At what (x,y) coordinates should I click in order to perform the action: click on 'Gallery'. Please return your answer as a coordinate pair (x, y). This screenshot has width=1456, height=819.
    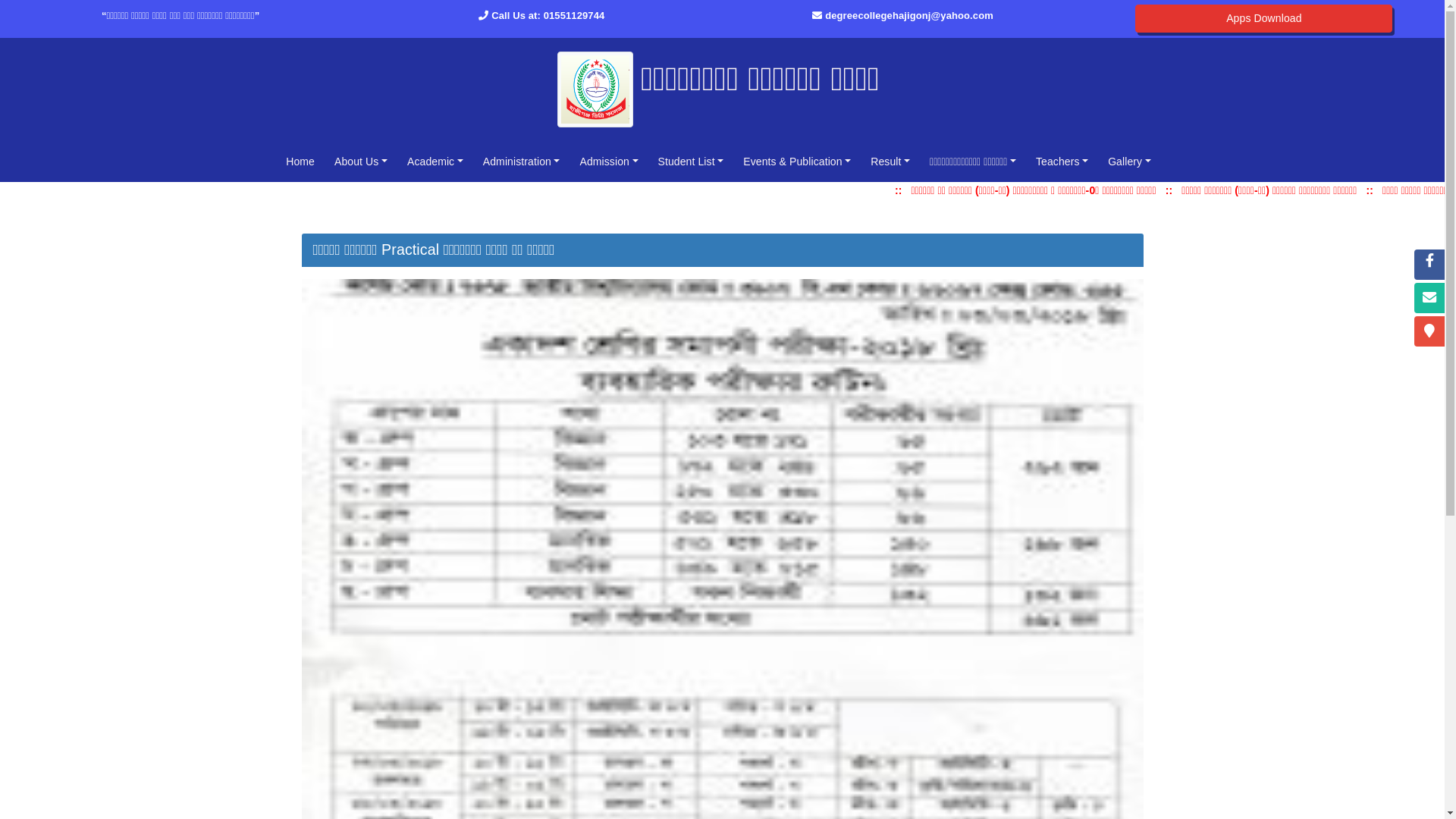
    Looking at the image, I should click on (1129, 161).